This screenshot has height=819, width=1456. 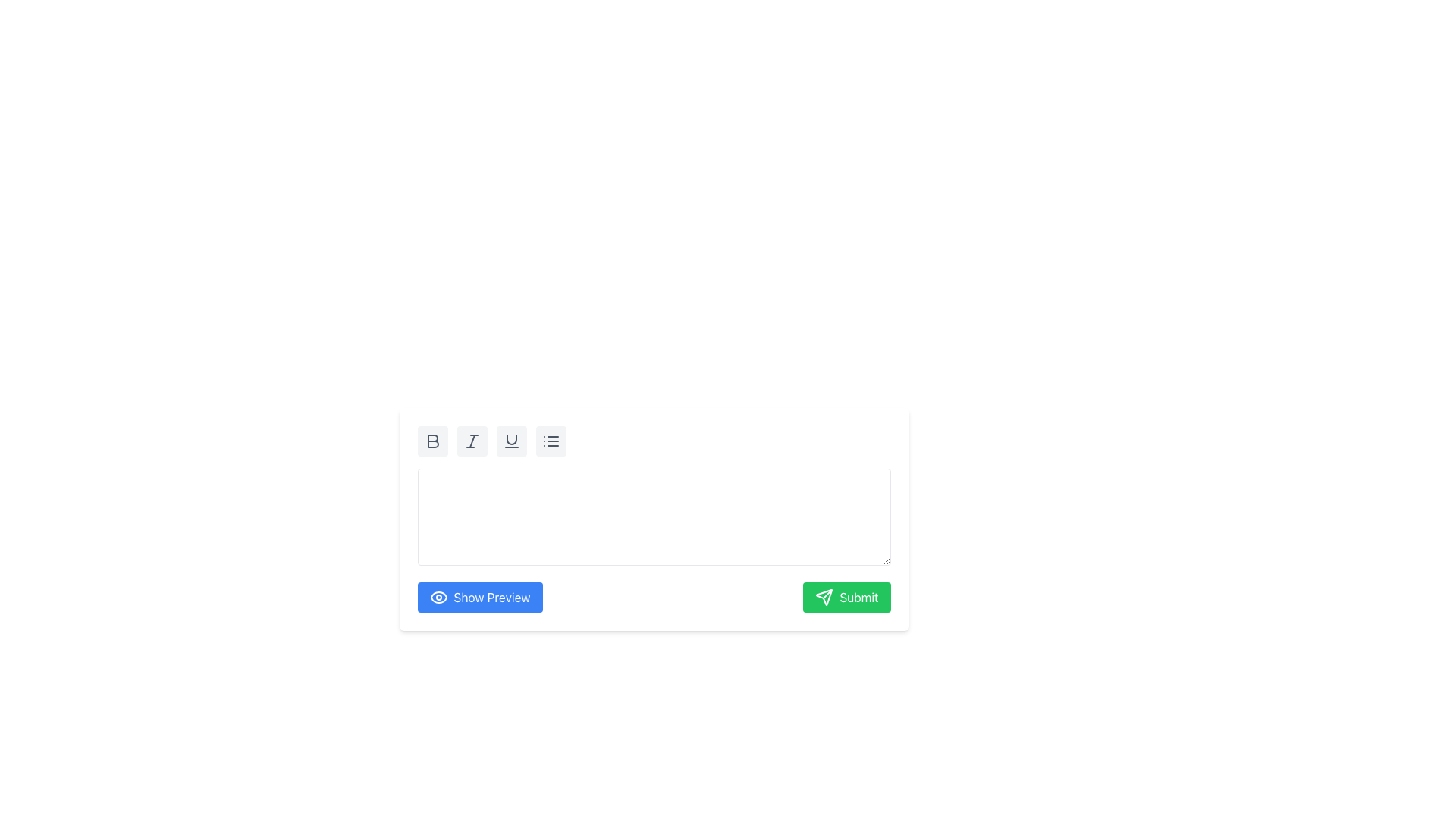 What do you see at coordinates (824, 596) in the screenshot?
I see `the icon representing an action or direction for sending or submitting content, located in the bottom-right corner of the interface` at bounding box center [824, 596].